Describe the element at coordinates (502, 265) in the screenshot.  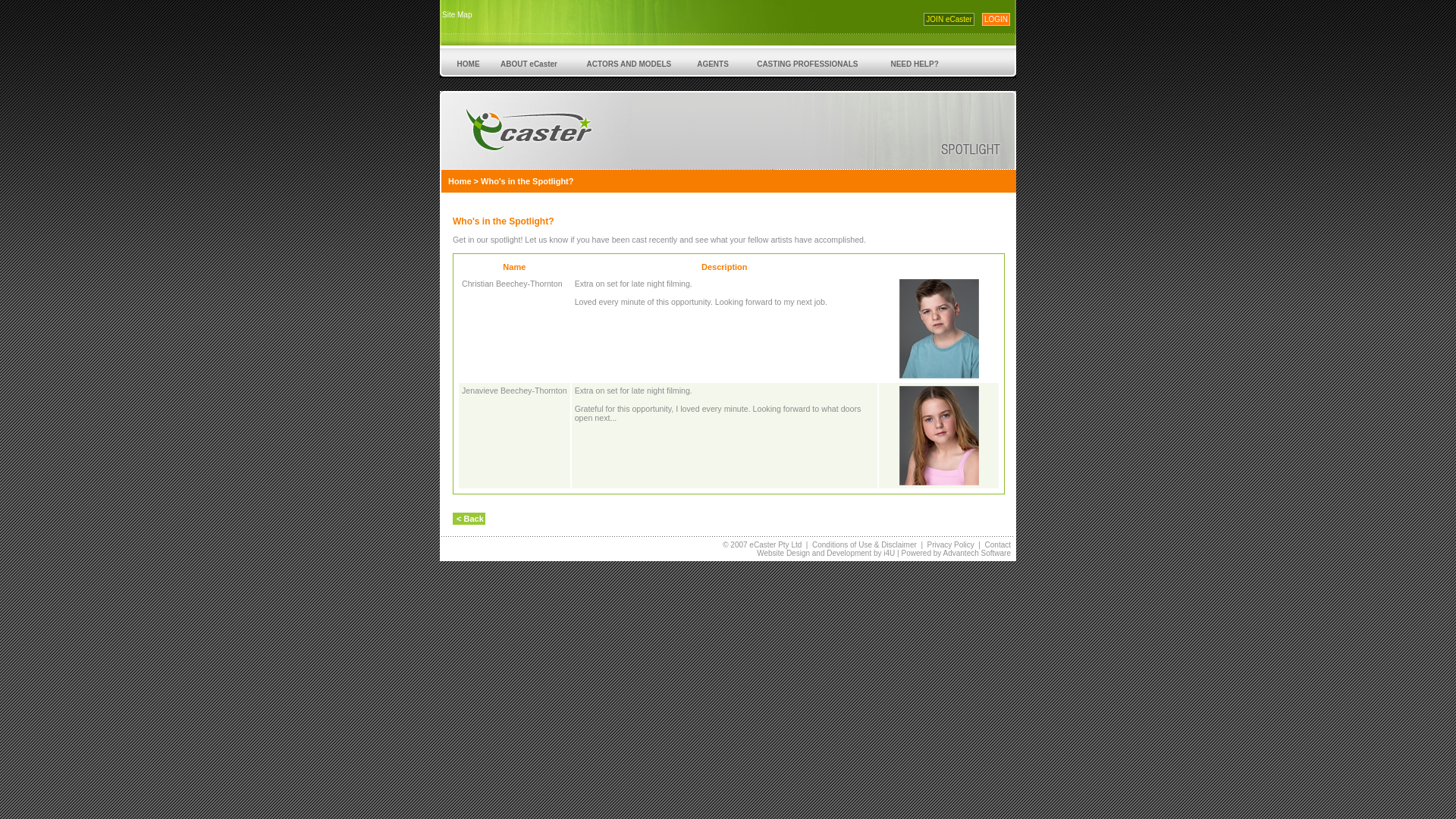
I see `'Name'` at that location.